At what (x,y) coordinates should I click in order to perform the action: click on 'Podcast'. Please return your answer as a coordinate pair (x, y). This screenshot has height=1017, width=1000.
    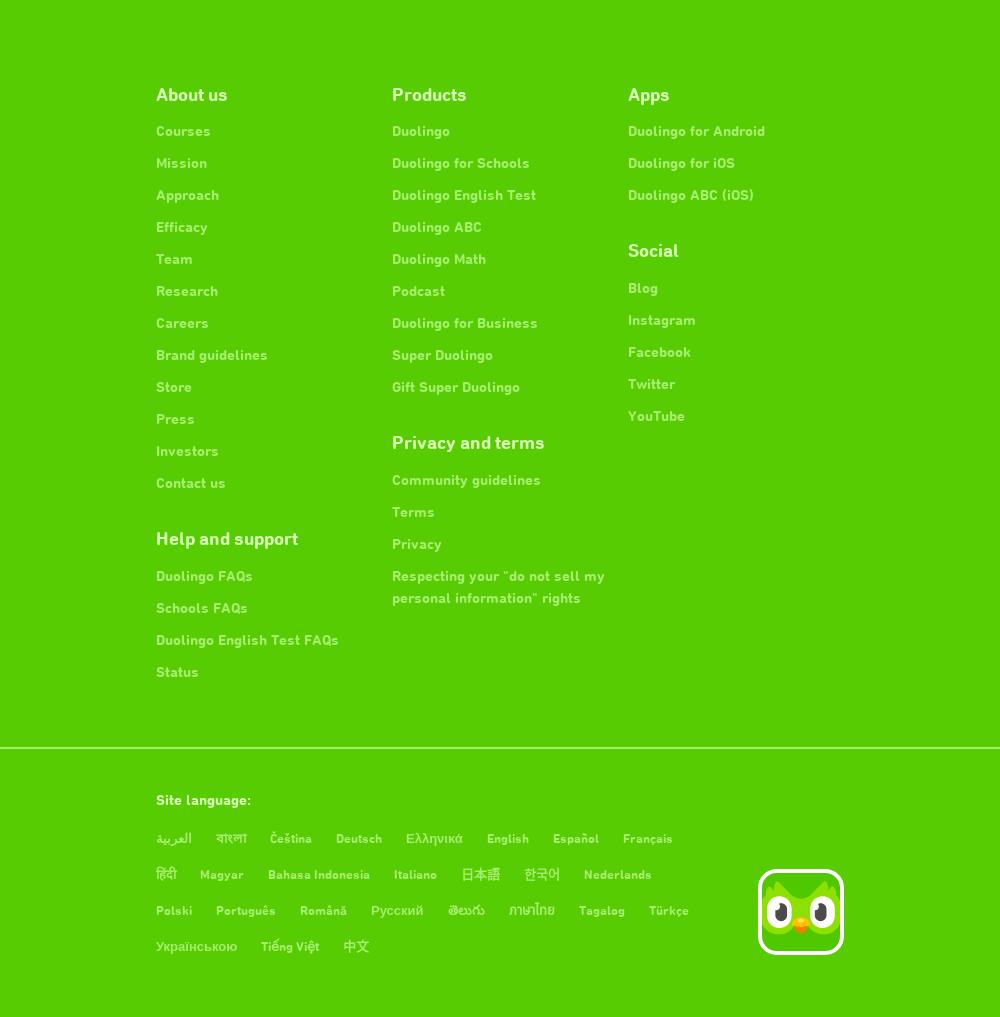
    Looking at the image, I should click on (418, 290).